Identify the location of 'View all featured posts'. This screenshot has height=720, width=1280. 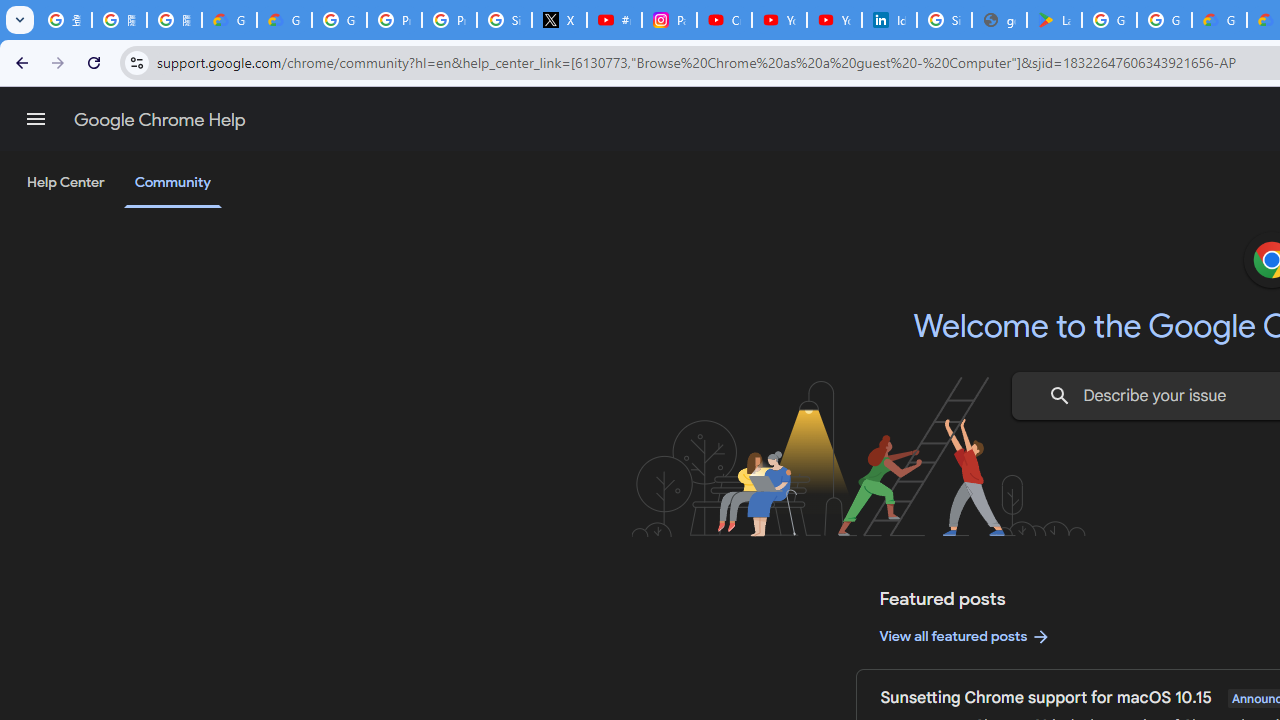
(965, 636).